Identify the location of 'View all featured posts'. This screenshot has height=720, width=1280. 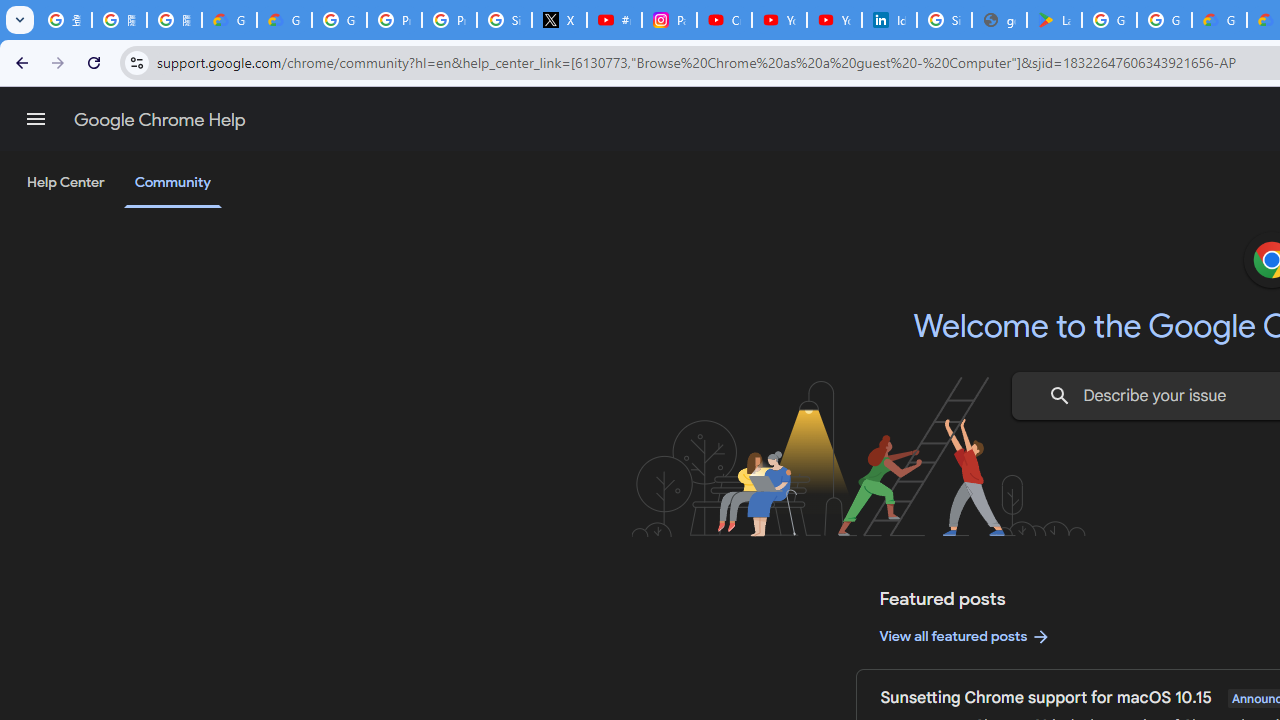
(965, 636).